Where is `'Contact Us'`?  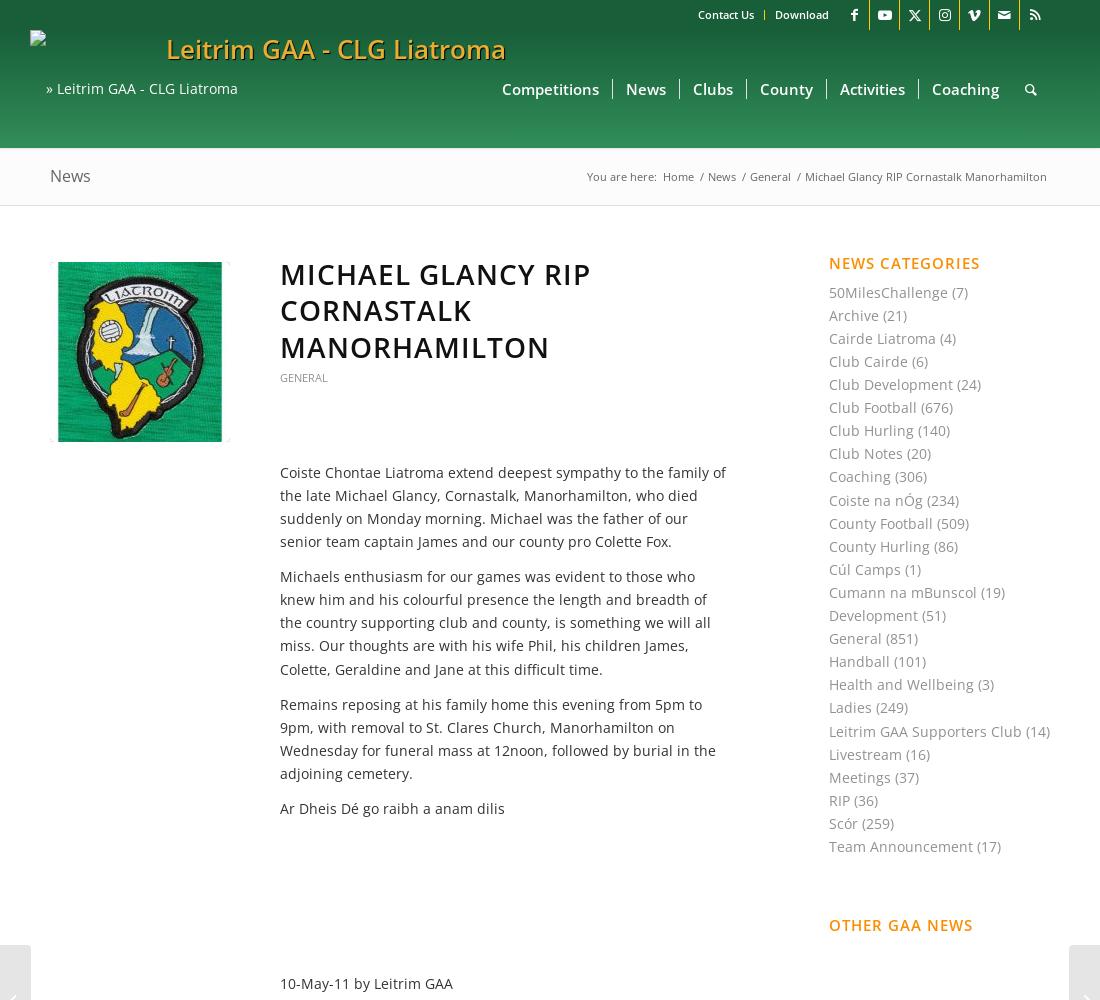
'Contact Us' is located at coordinates (725, 14).